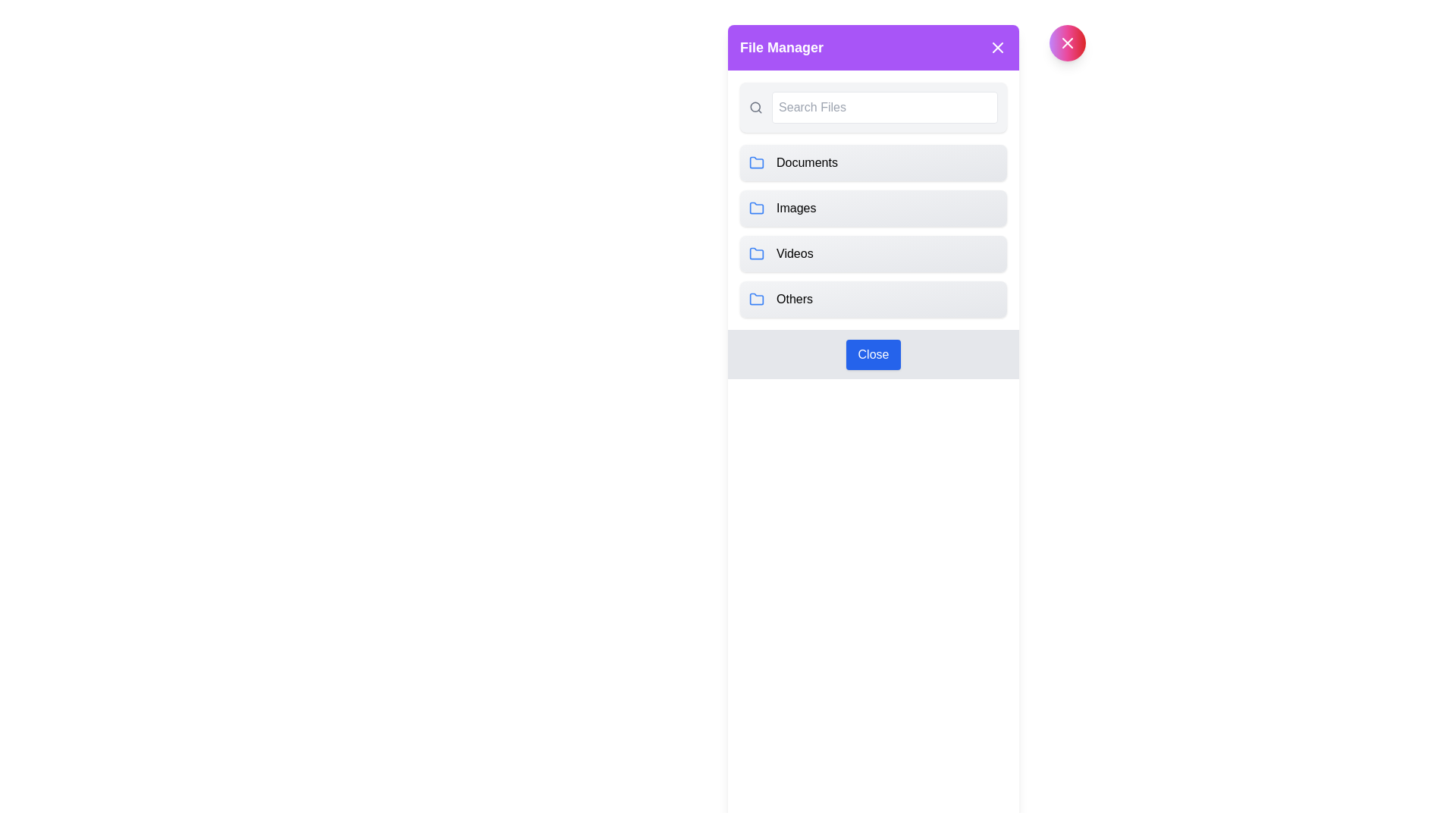  I want to click on the folder icon with a blue outline located to the left of the 'Images' label in the second row of the menu, so click(757, 207).